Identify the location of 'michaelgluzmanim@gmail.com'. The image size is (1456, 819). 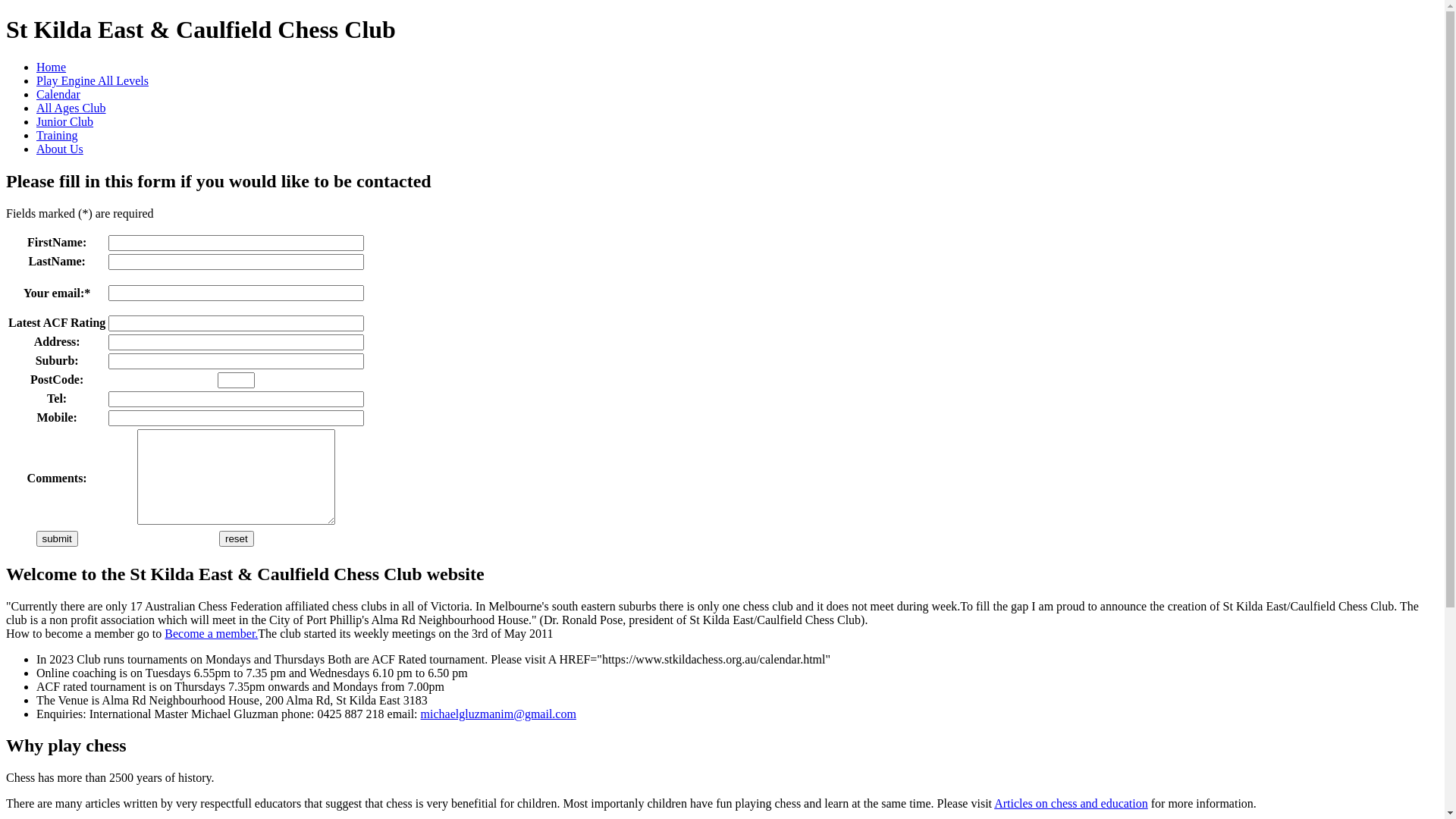
(498, 713).